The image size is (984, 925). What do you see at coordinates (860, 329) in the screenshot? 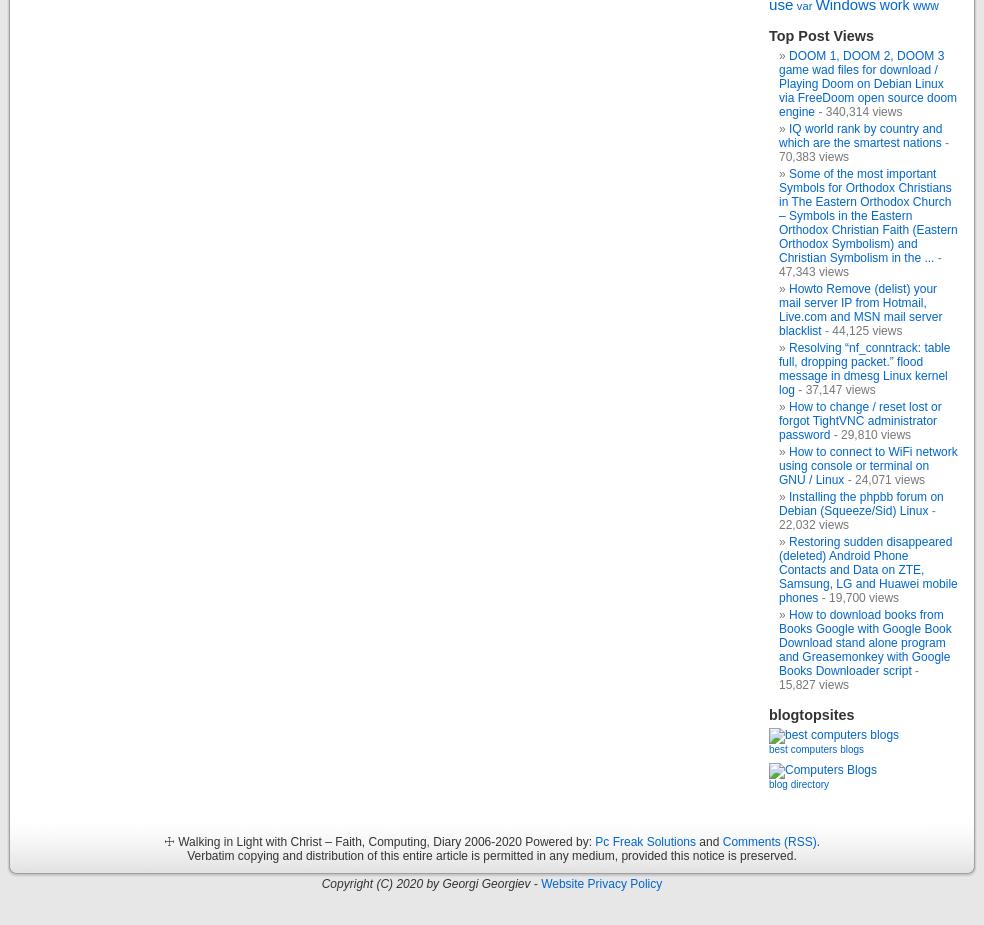
I see `'- 44,125 views'` at bounding box center [860, 329].